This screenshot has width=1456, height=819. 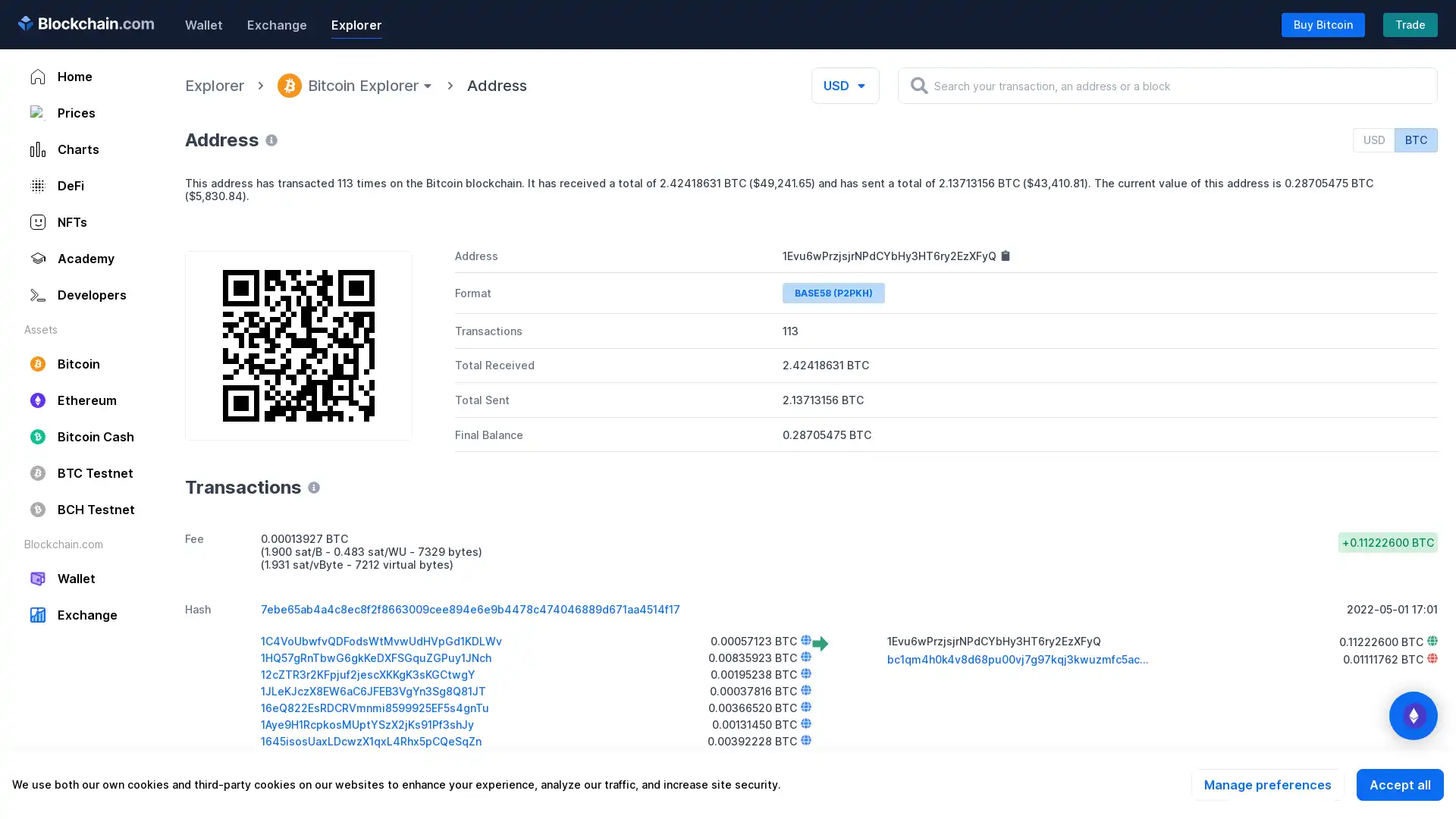 What do you see at coordinates (1267, 784) in the screenshot?
I see `Manage preferences` at bounding box center [1267, 784].